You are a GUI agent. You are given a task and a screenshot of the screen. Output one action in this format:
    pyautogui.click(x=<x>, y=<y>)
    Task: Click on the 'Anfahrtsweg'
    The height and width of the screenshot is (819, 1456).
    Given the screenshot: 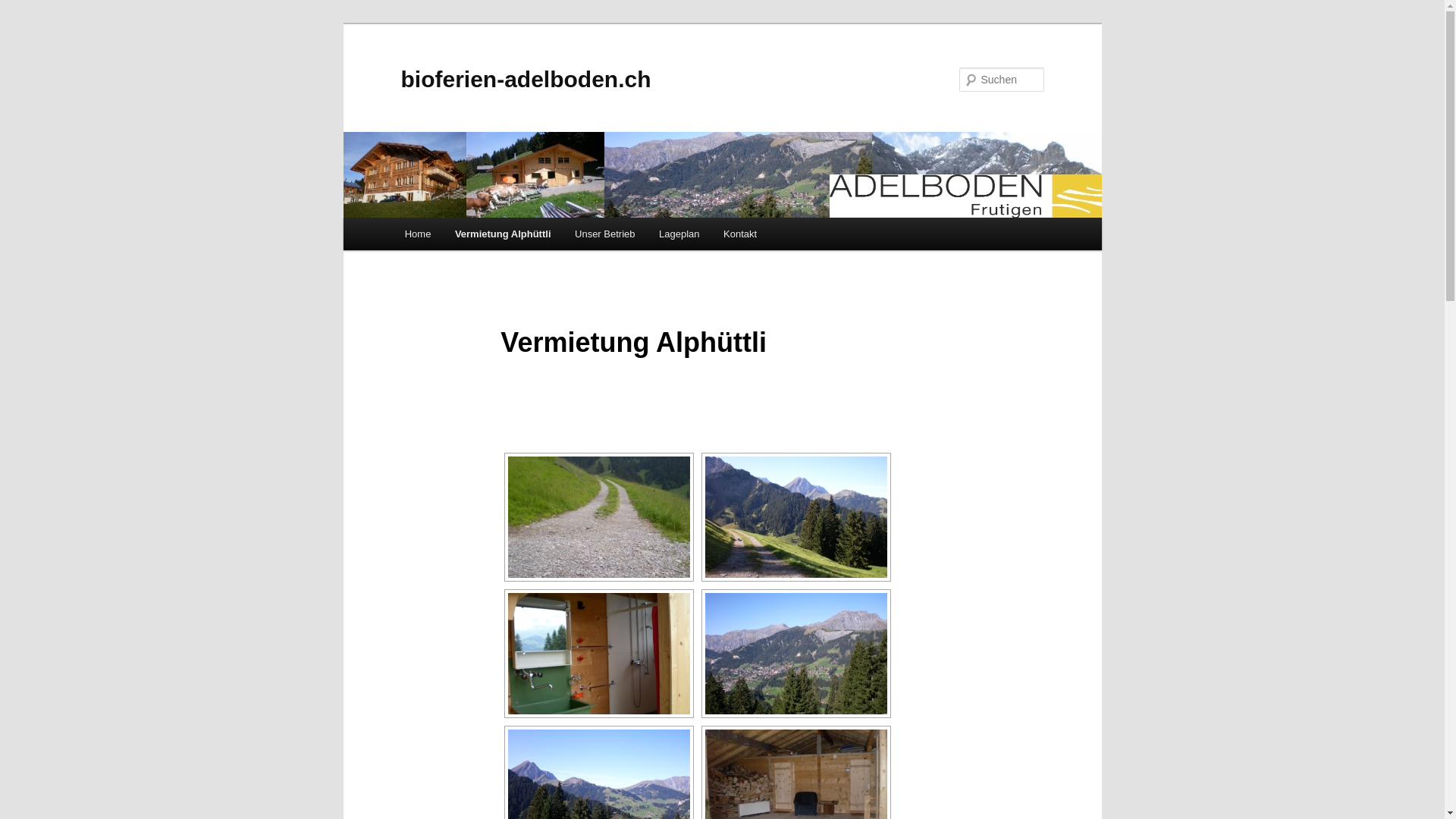 What is the action you would take?
    pyautogui.click(x=598, y=516)
    